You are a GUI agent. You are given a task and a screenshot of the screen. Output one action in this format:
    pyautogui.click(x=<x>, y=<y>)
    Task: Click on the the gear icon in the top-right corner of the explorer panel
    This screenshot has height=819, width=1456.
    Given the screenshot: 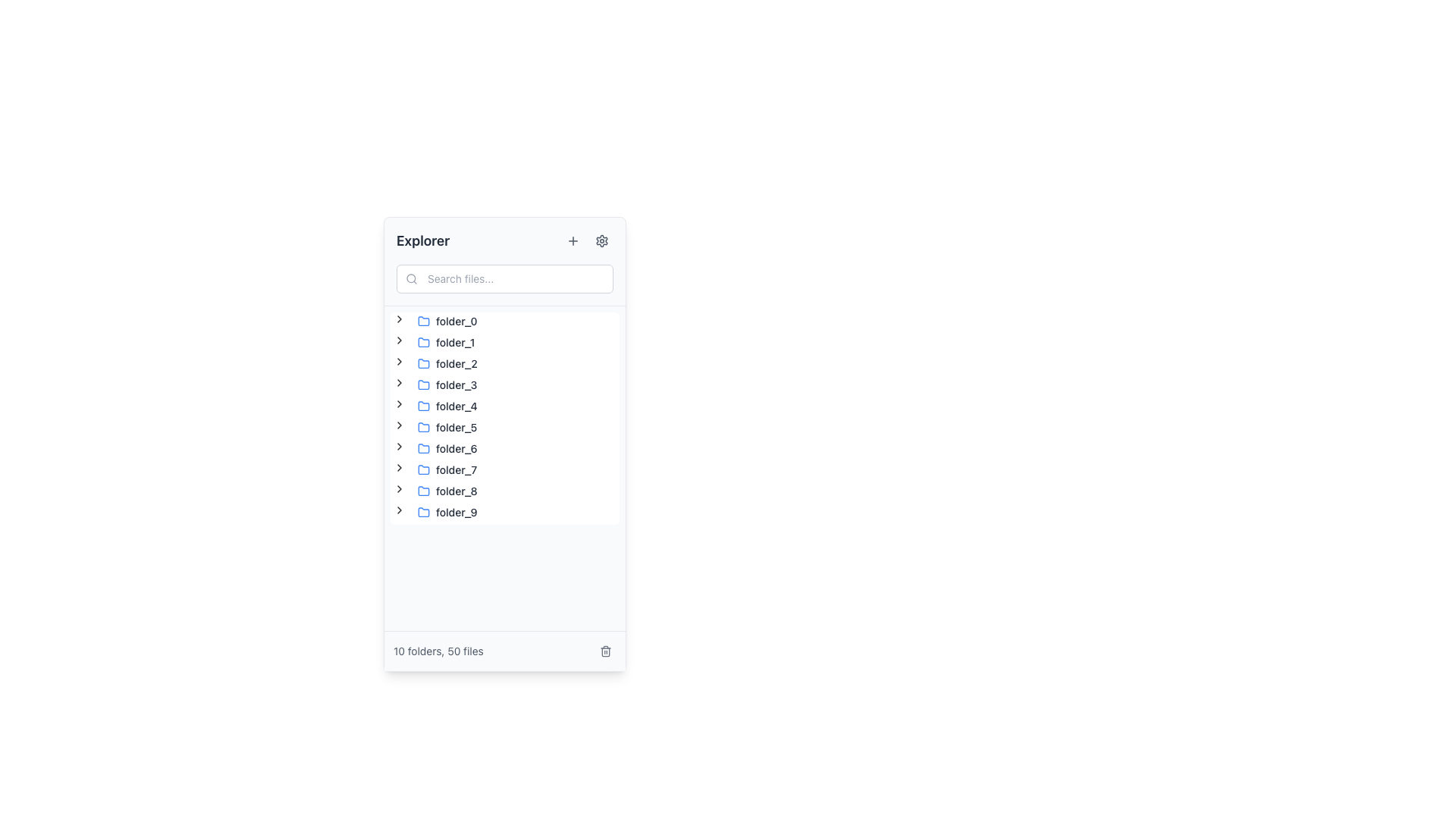 What is the action you would take?
    pyautogui.click(x=601, y=240)
    